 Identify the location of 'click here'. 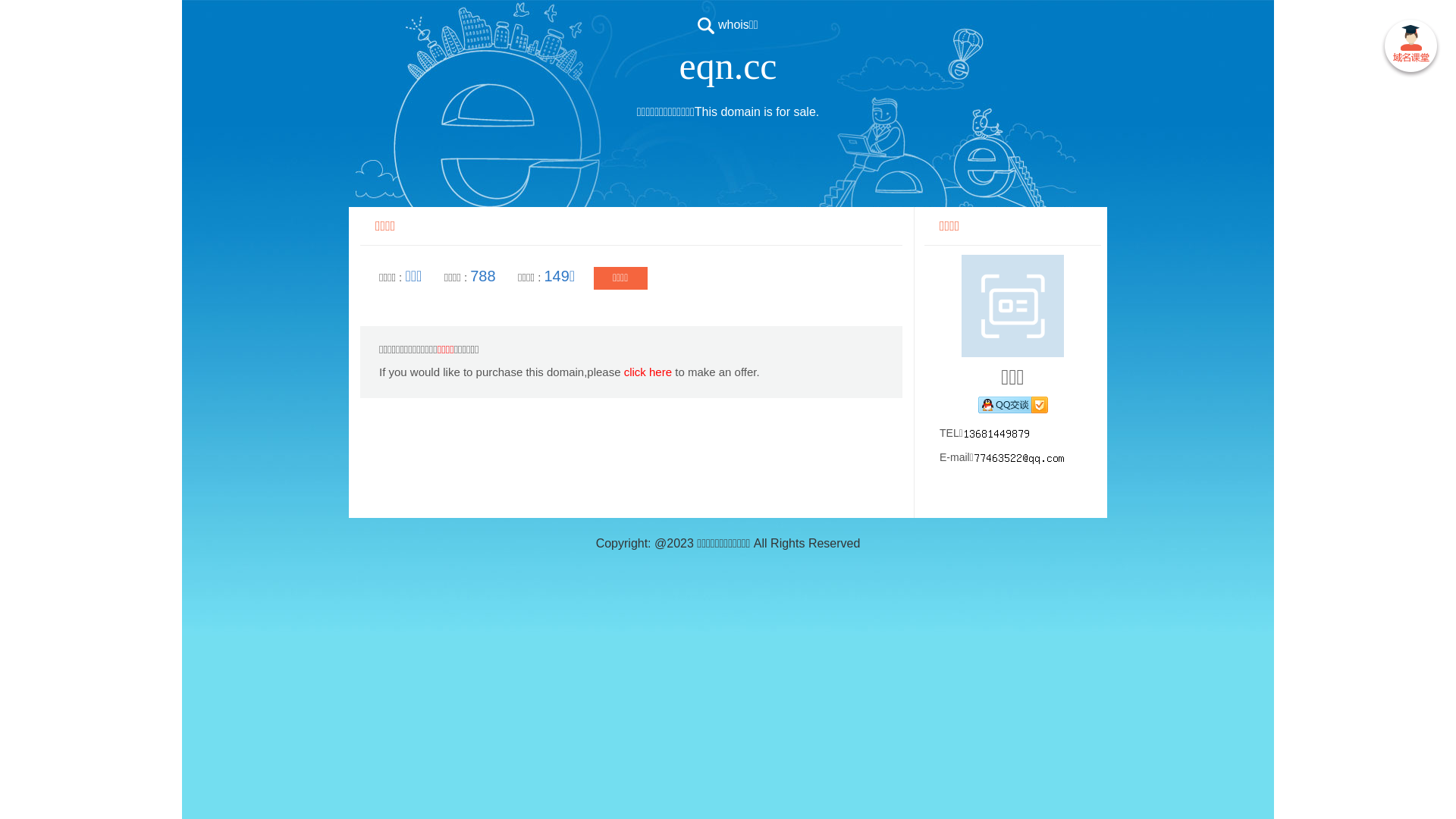
(648, 372).